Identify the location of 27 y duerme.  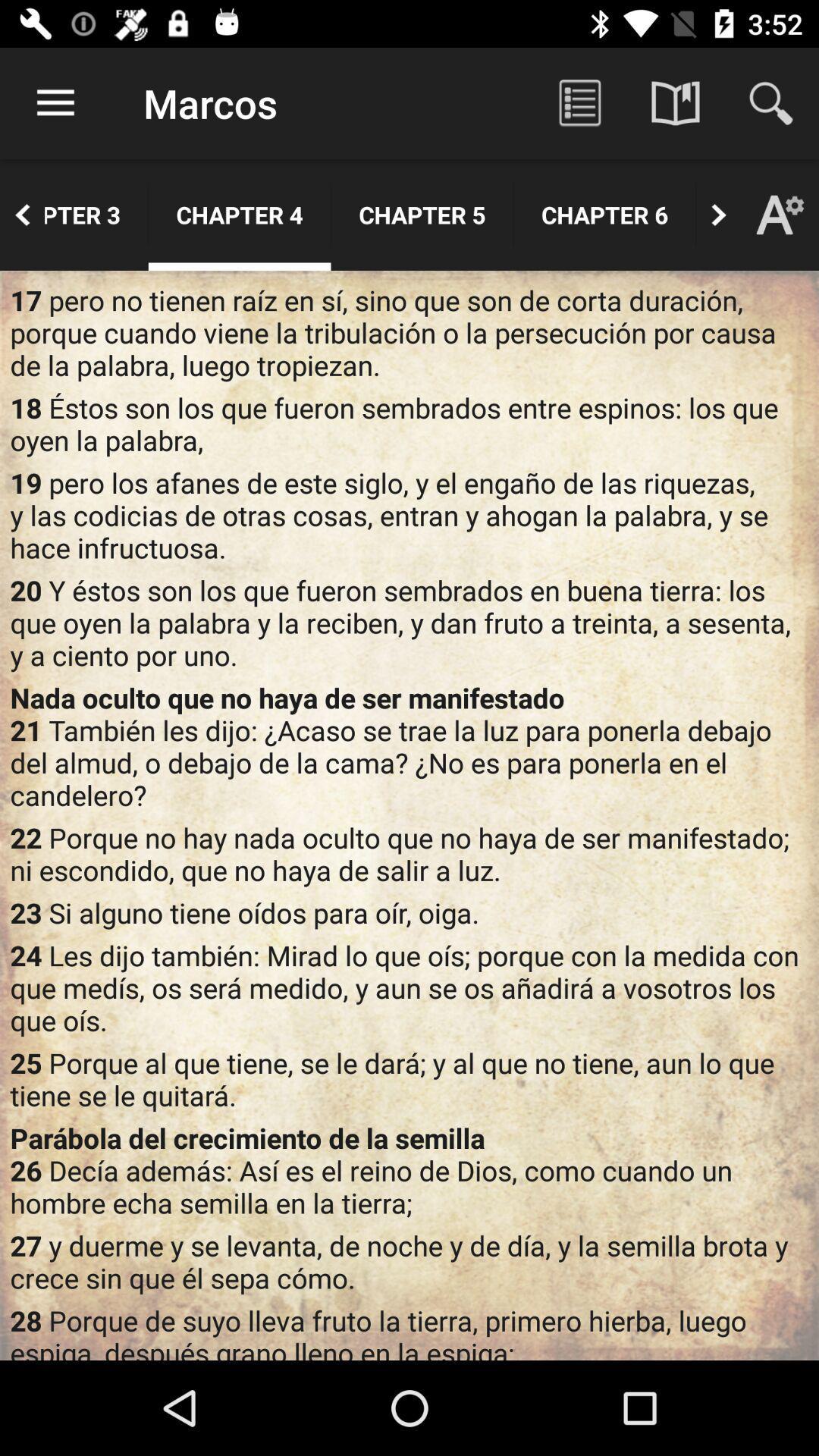
(409, 1261).